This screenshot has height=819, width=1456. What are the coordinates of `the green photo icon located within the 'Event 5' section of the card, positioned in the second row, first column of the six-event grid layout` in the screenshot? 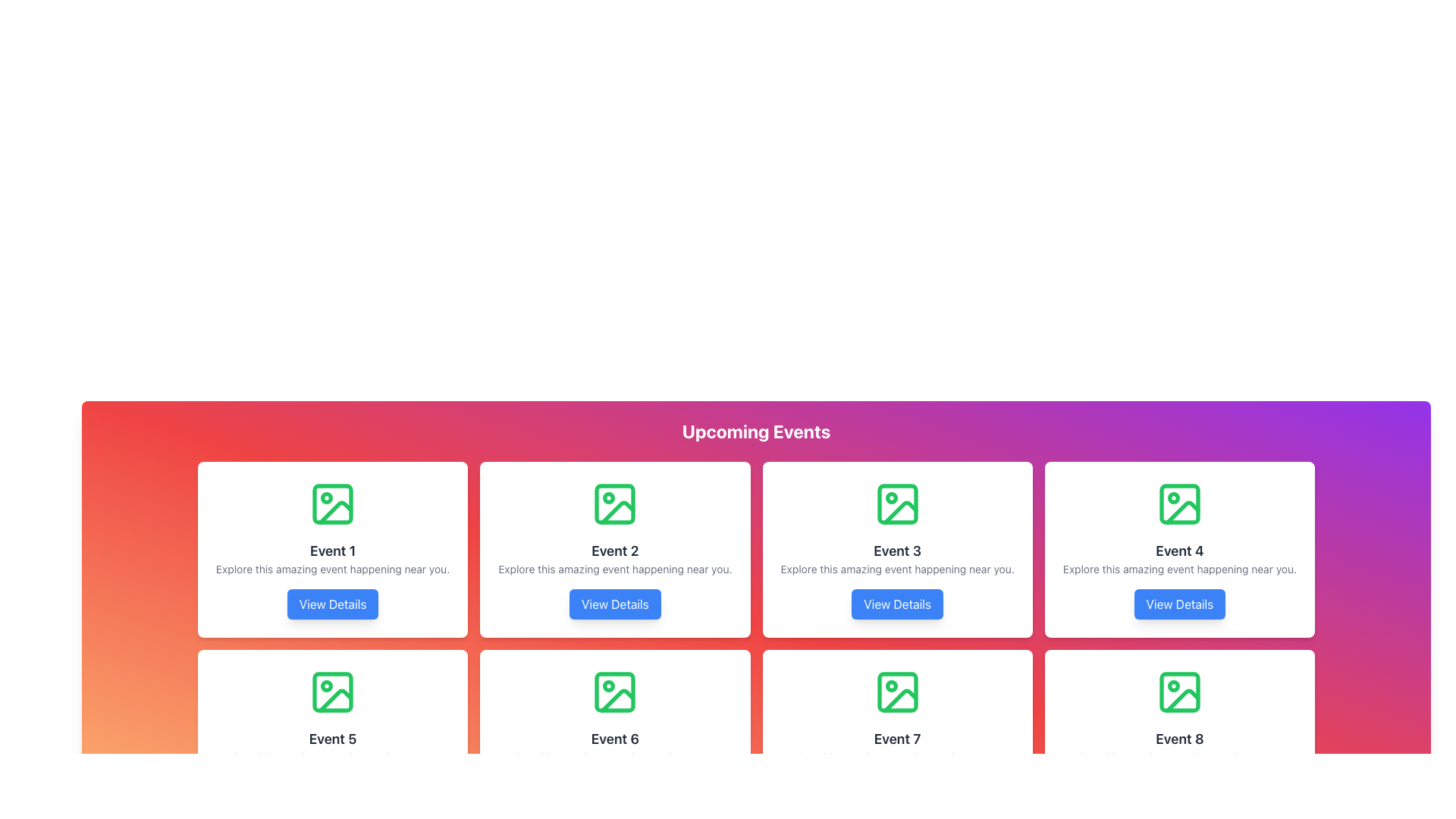 It's located at (332, 692).